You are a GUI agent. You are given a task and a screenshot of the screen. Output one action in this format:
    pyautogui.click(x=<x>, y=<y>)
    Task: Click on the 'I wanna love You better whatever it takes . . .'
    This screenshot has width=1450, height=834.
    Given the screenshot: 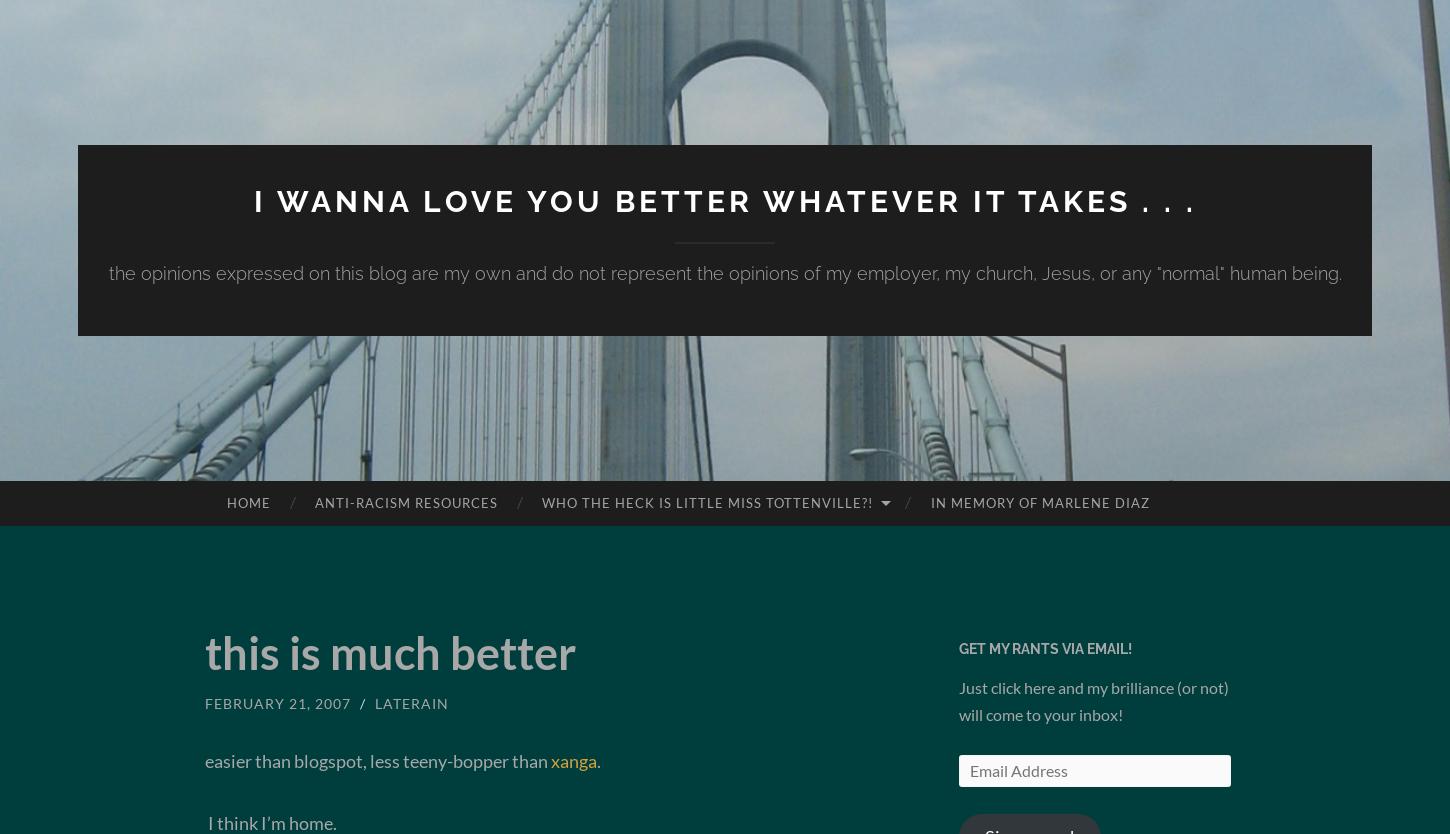 What is the action you would take?
    pyautogui.click(x=253, y=200)
    